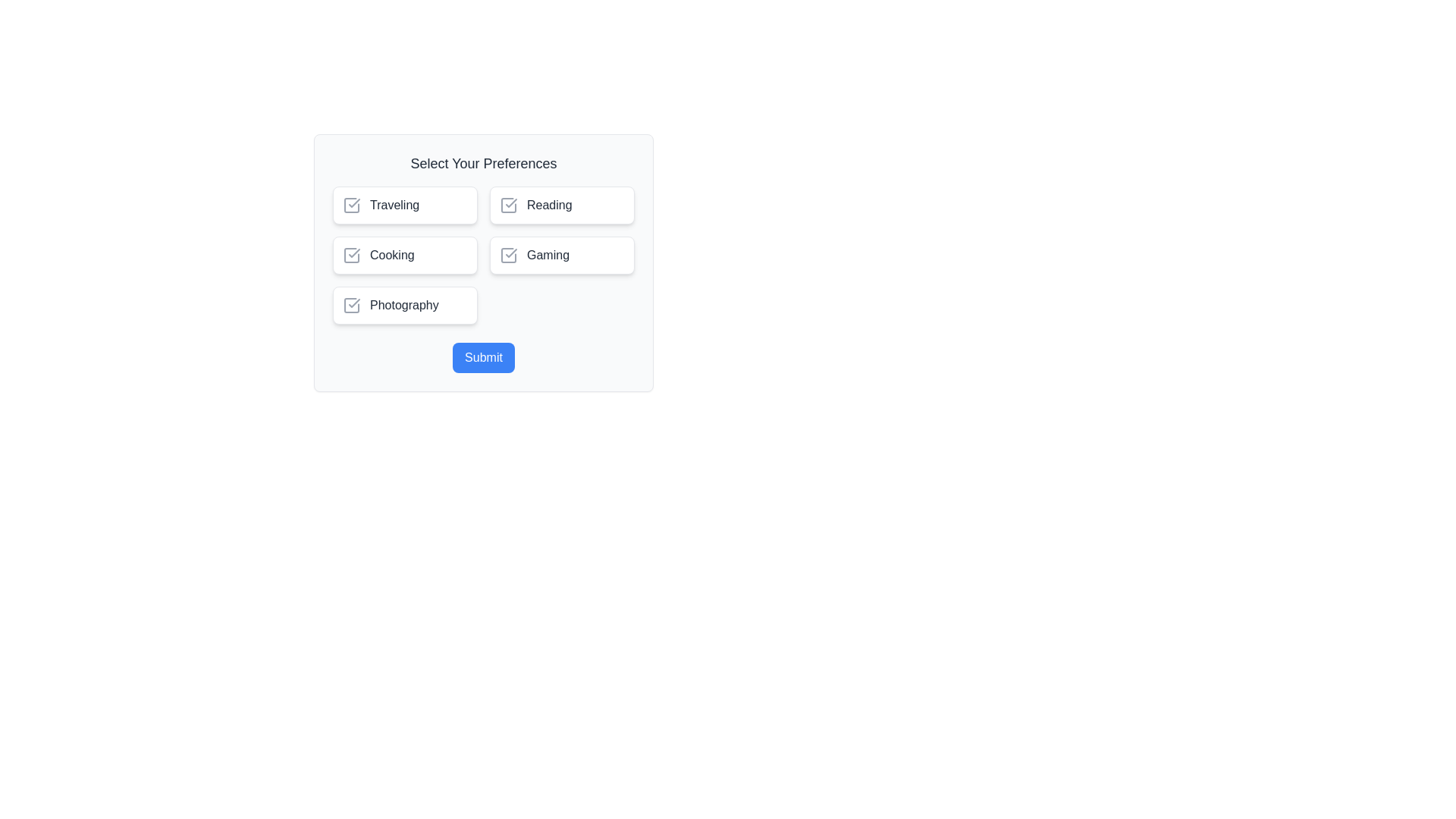 This screenshot has height=819, width=1456. I want to click on the submit button at the bottom of the 'Select Your Preferences' card for accessibility navigation, so click(483, 357).